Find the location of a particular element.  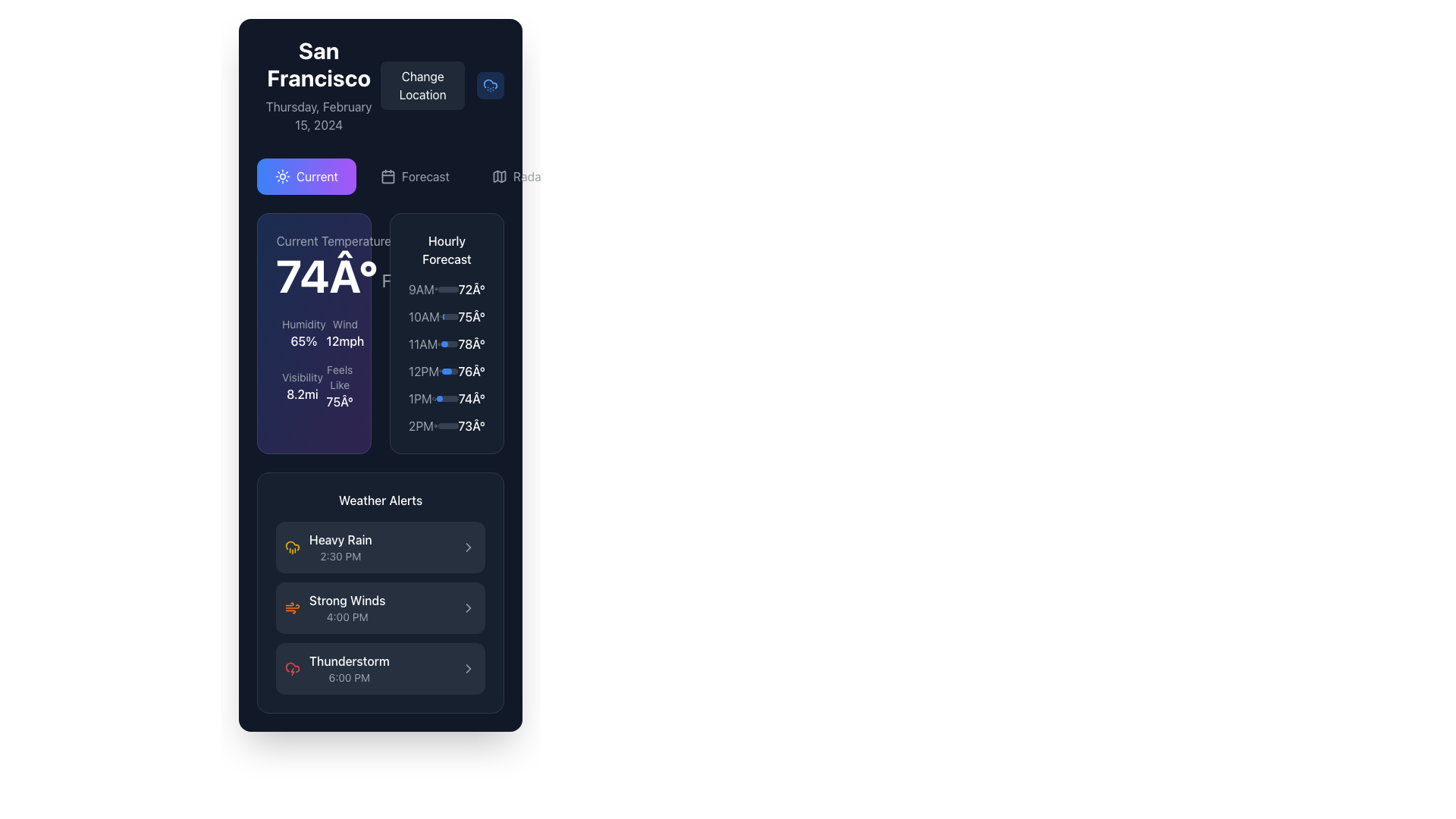

the static text element displaying the timestamp for the 'Strong Winds' weather alert, which is located below the 'Strong Winds' label in the weather alerts section is located at coordinates (347, 617).